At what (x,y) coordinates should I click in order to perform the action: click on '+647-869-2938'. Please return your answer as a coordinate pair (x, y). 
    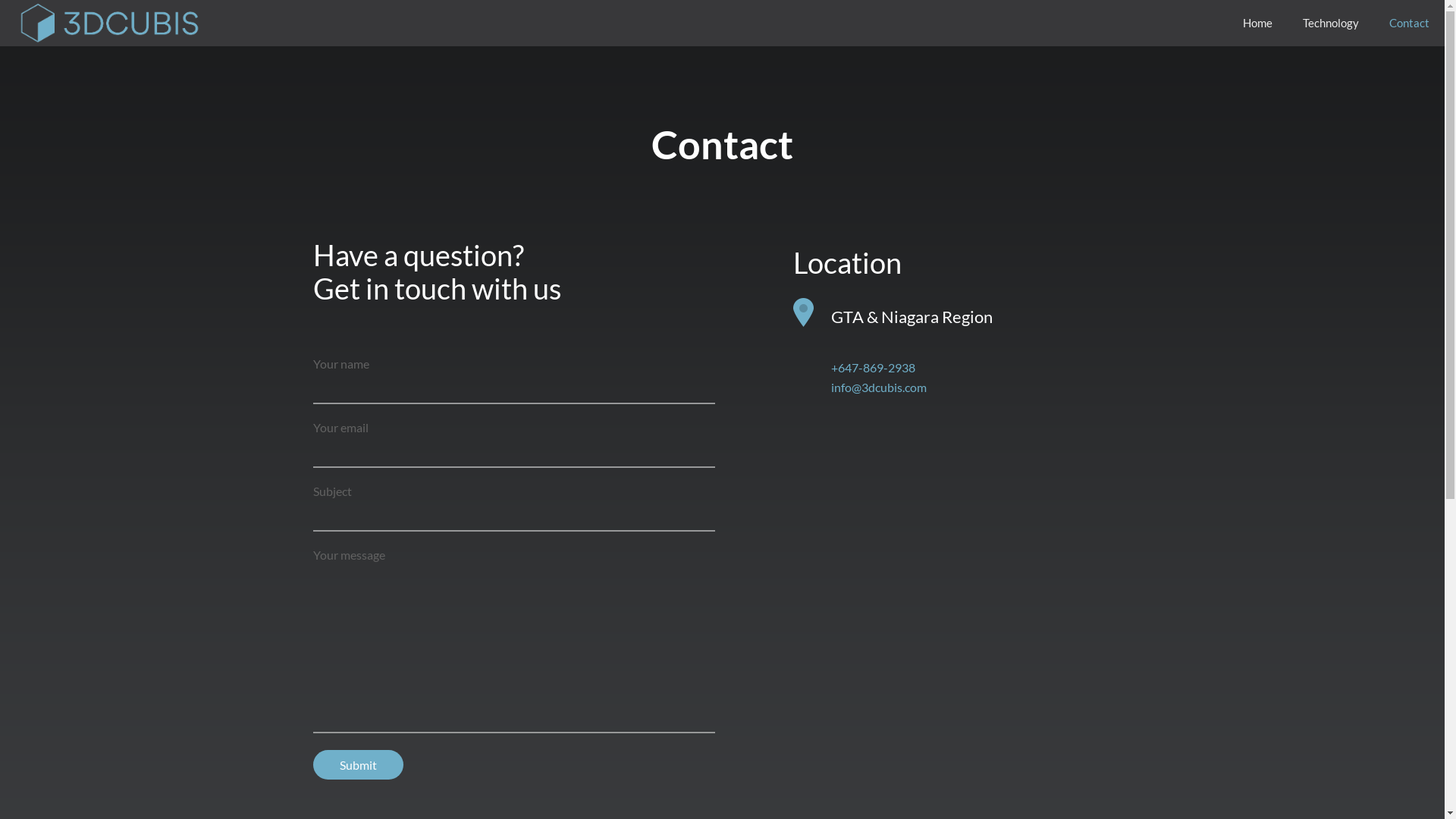
    Looking at the image, I should click on (873, 367).